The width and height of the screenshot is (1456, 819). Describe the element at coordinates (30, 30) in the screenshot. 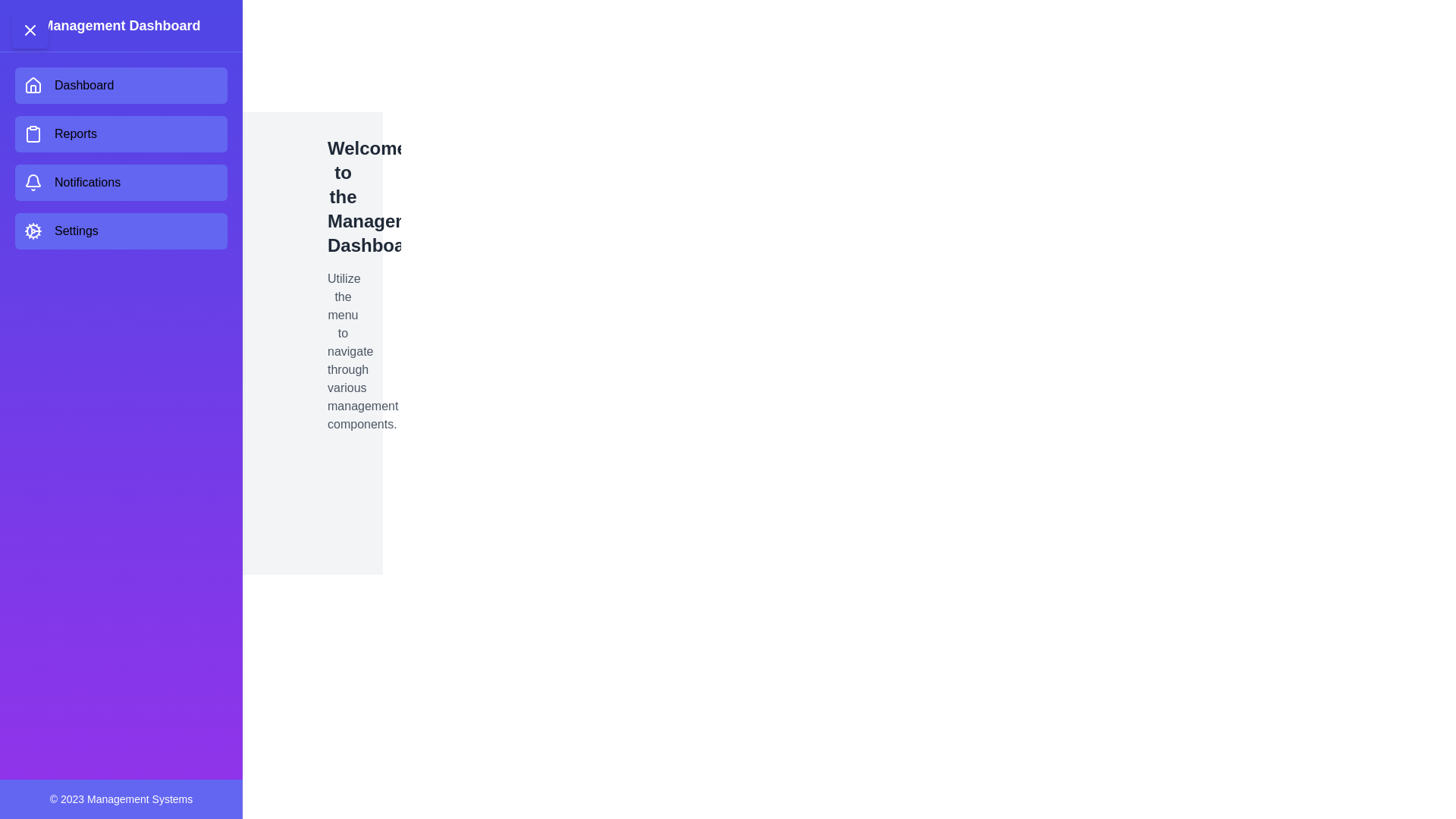

I see `the Icon in the top-left corner of the Management Dashboard sidebar header, which serves as a visual element, potentially a close or cancel button` at that location.